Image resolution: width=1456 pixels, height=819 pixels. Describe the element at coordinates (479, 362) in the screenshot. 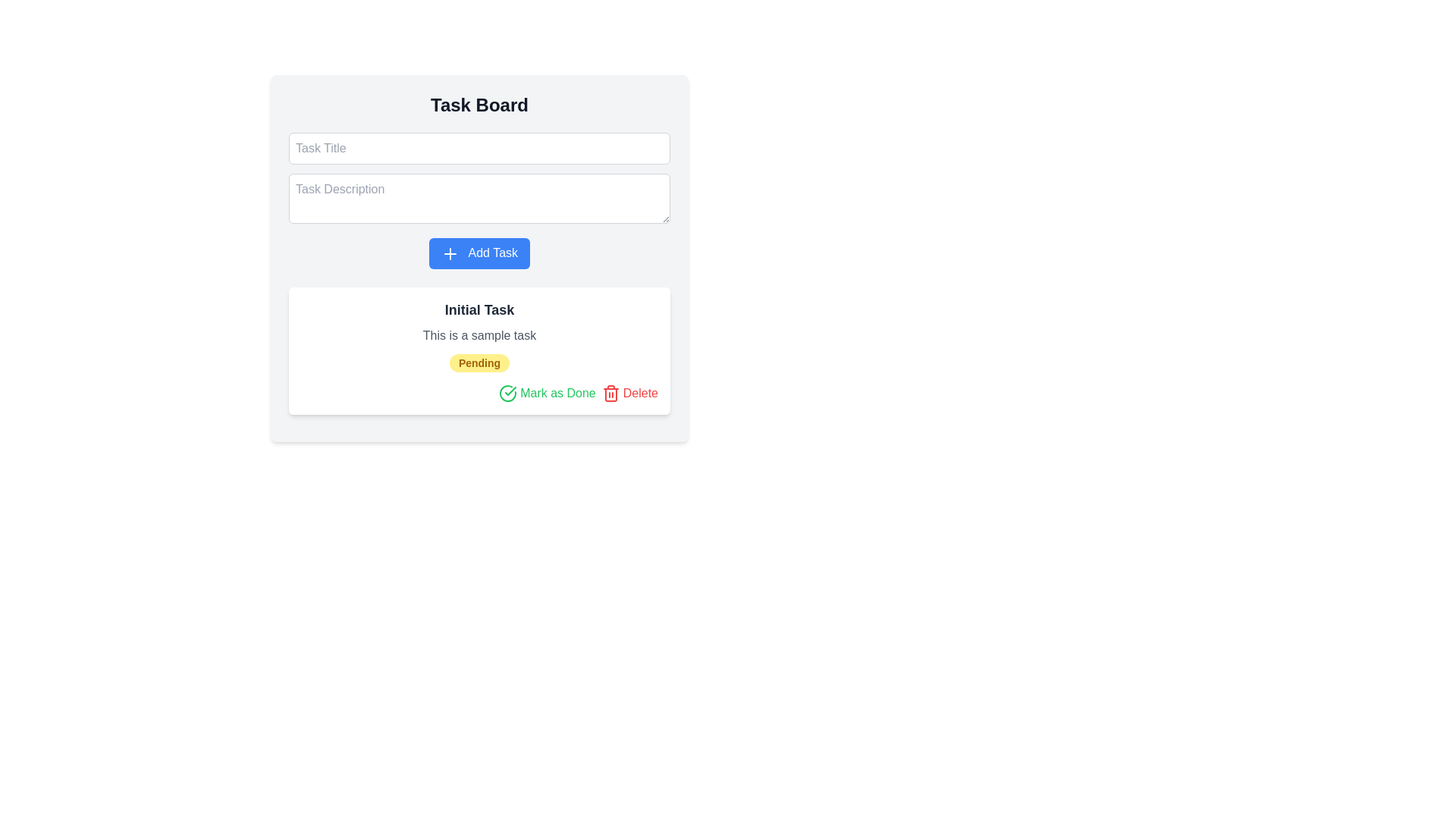

I see `the status indicator Badge located in the 'Initial Task' section, below the subtitle 'This is a sample task', and positioned to the left of the 'Mark as Done' and 'Delete' buttons` at that location.